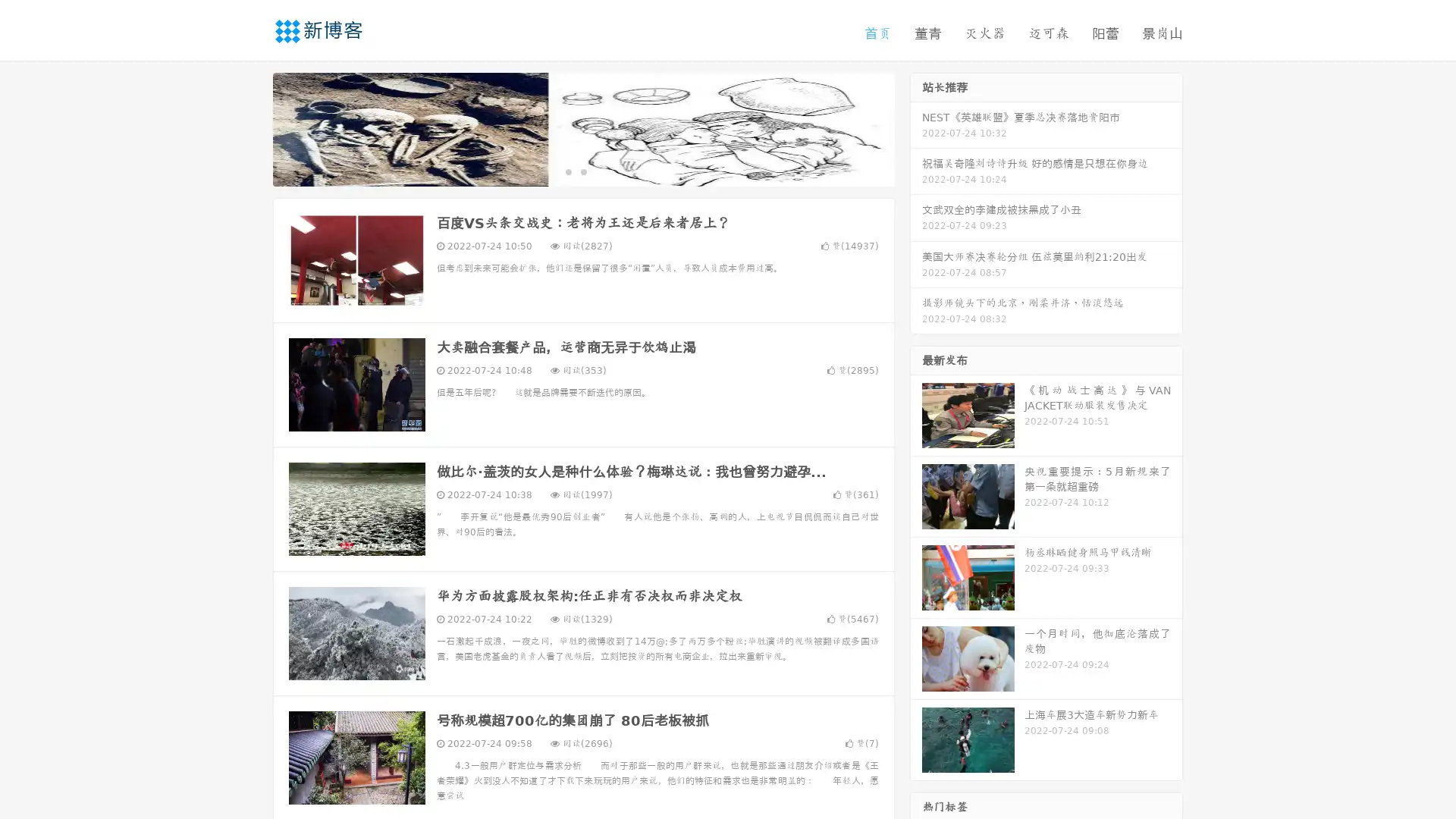 Image resolution: width=1456 pixels, height=819 pixels. What do you see at coordinates (567, 171) in the screenshot?
I see `Go to slide 1` at bounding box center [567, 171].